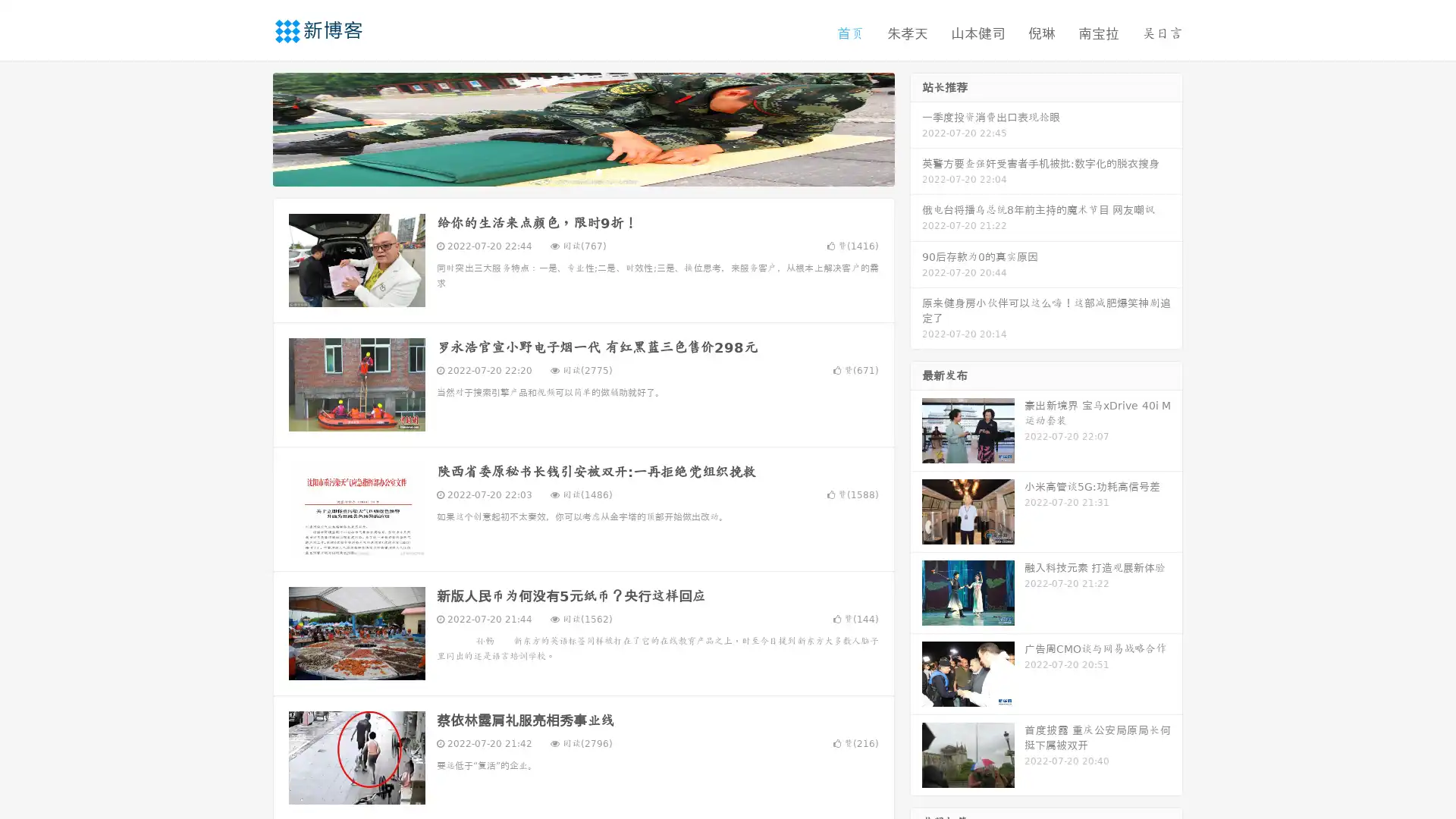  I want to click on Go to slide 1, so click(567, 171).